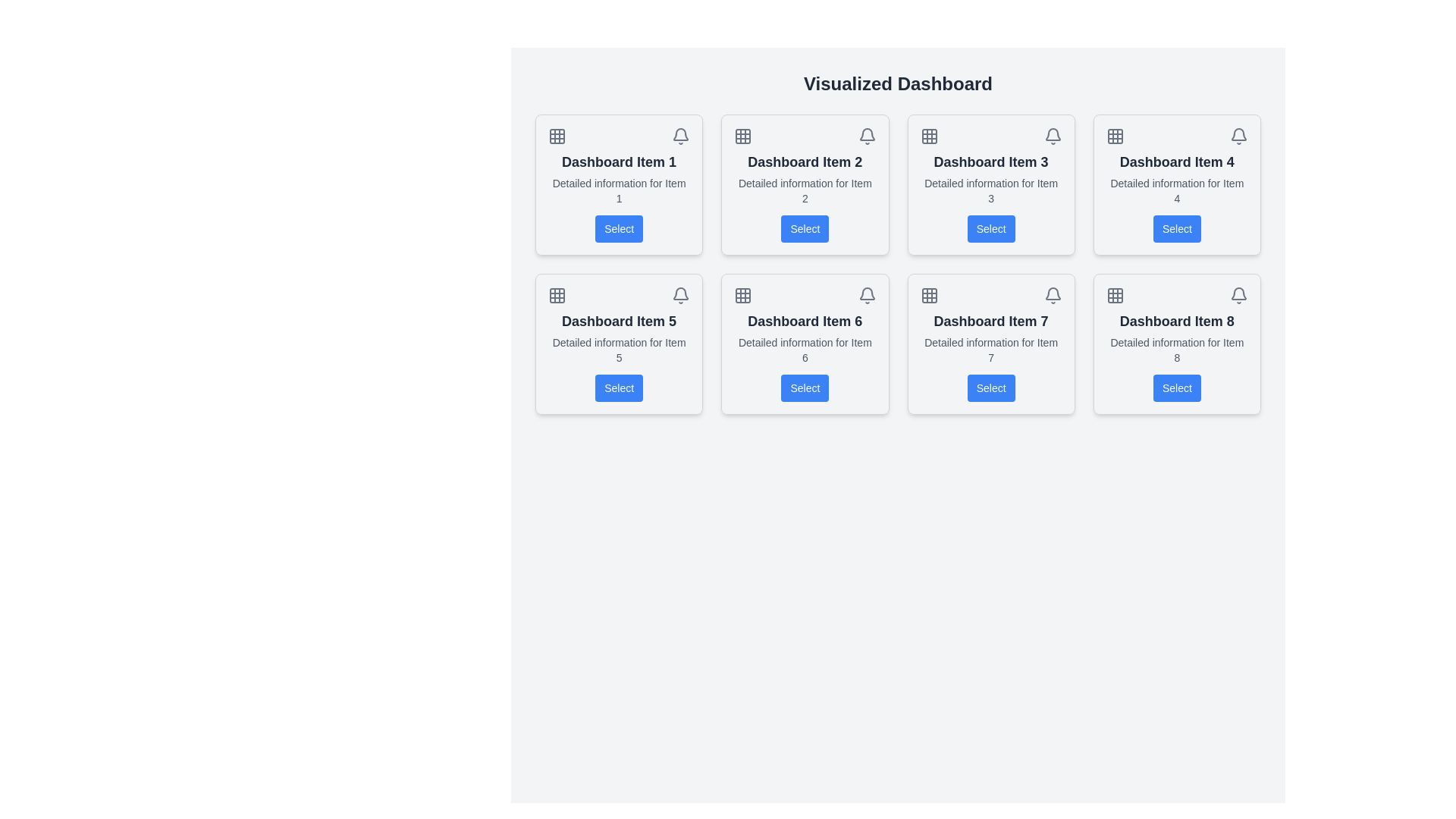 The image size is (1456, 819). Describe the element at coordinates (1051, 293) in the screenshot. I see `the notification indicator icon located in the top-right corner of the 'Dashboard Item 7' card to interact with it` at that location.